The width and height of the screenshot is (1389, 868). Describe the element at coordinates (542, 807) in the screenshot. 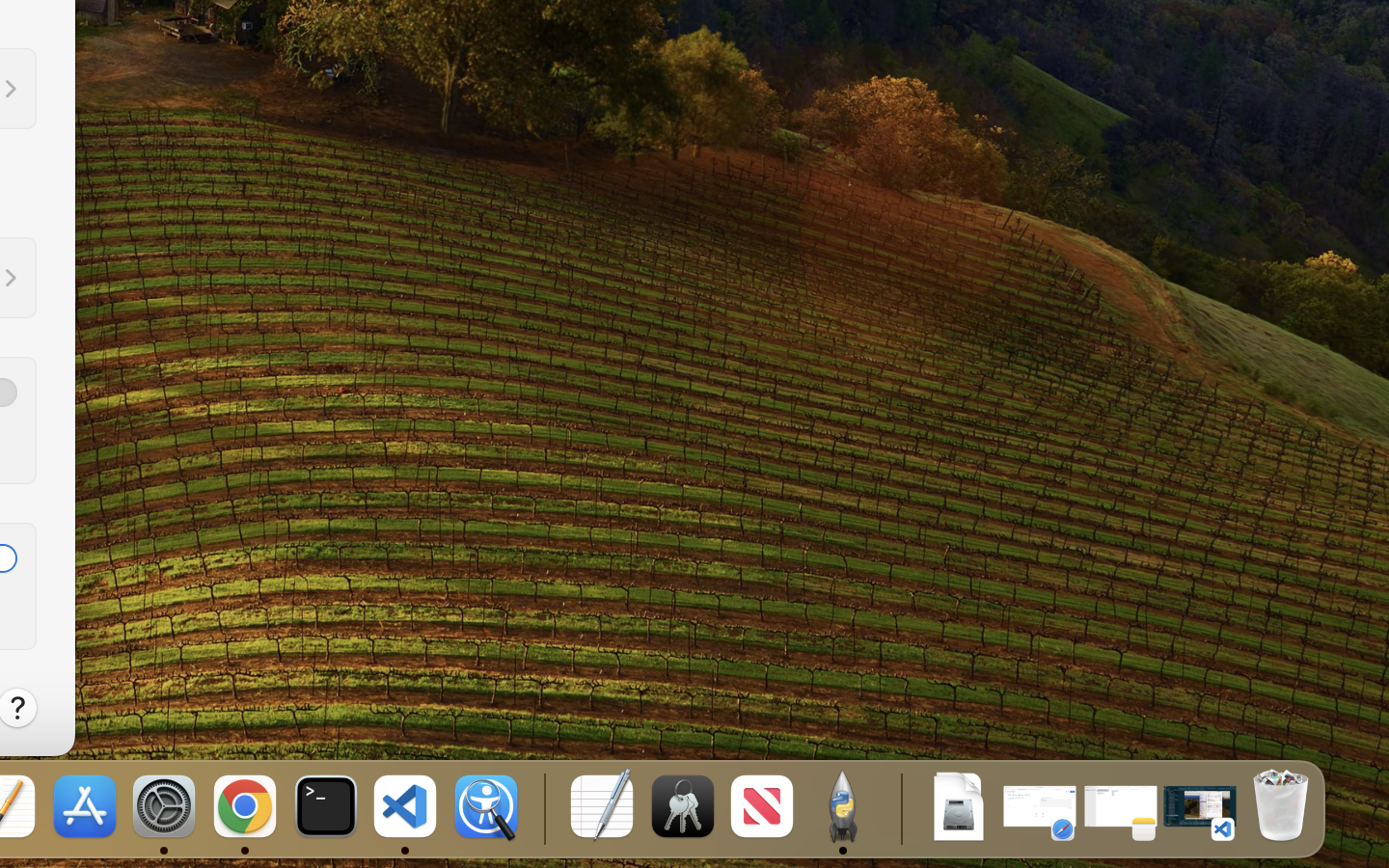

I see `'0.4285714328289032'` at that location.